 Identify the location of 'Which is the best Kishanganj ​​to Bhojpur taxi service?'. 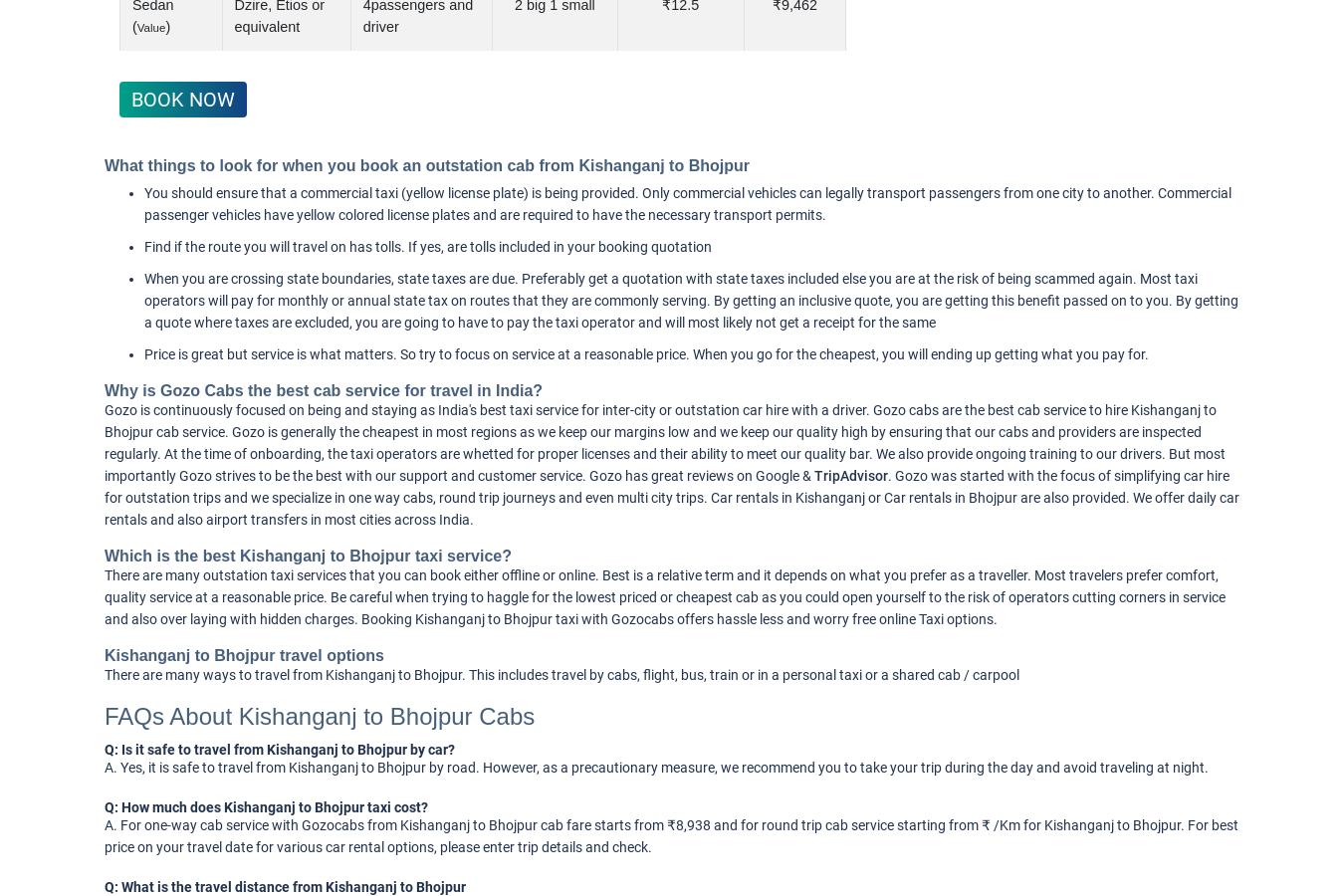
(307, 555).